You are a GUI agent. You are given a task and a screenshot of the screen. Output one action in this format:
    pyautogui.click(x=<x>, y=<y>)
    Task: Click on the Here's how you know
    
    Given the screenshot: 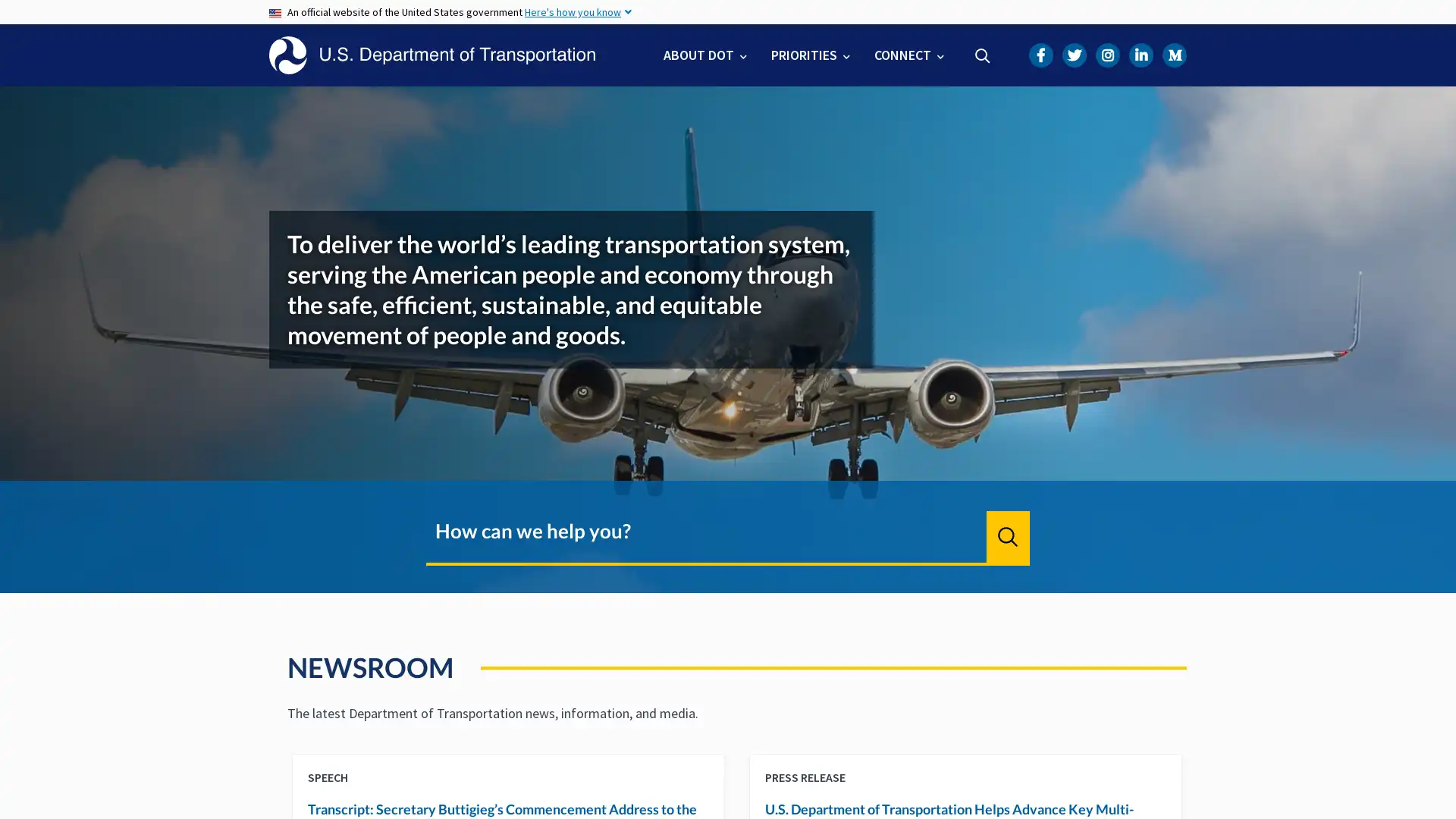 What is the action you would take?
    pyautogui.click(x=577, y=12)
    